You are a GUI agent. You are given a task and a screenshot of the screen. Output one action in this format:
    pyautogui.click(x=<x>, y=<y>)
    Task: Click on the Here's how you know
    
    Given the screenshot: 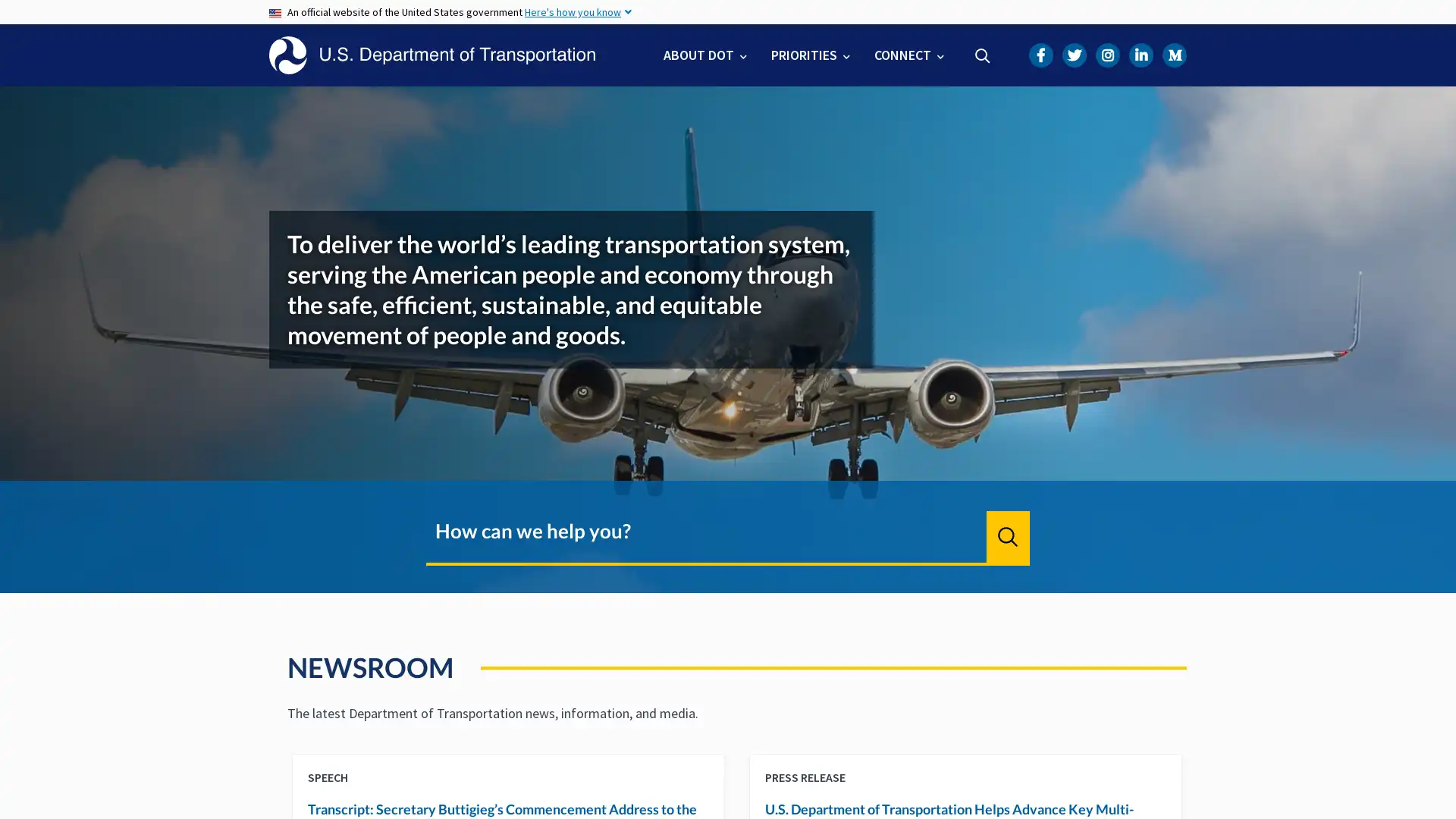 What is the action you would take?
    pyautogui.click(x=577, y=12)
    